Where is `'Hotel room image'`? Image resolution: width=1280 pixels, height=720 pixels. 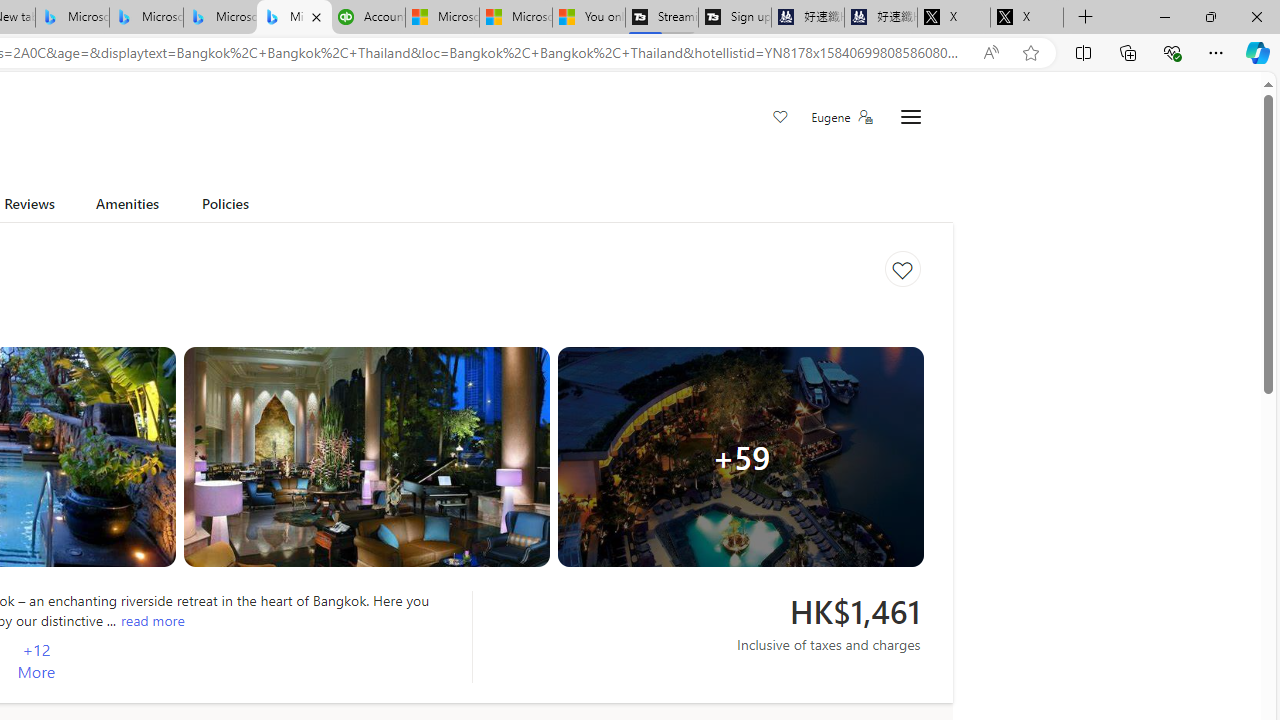 'Hotel room image' is located at coordinates (366, 457).